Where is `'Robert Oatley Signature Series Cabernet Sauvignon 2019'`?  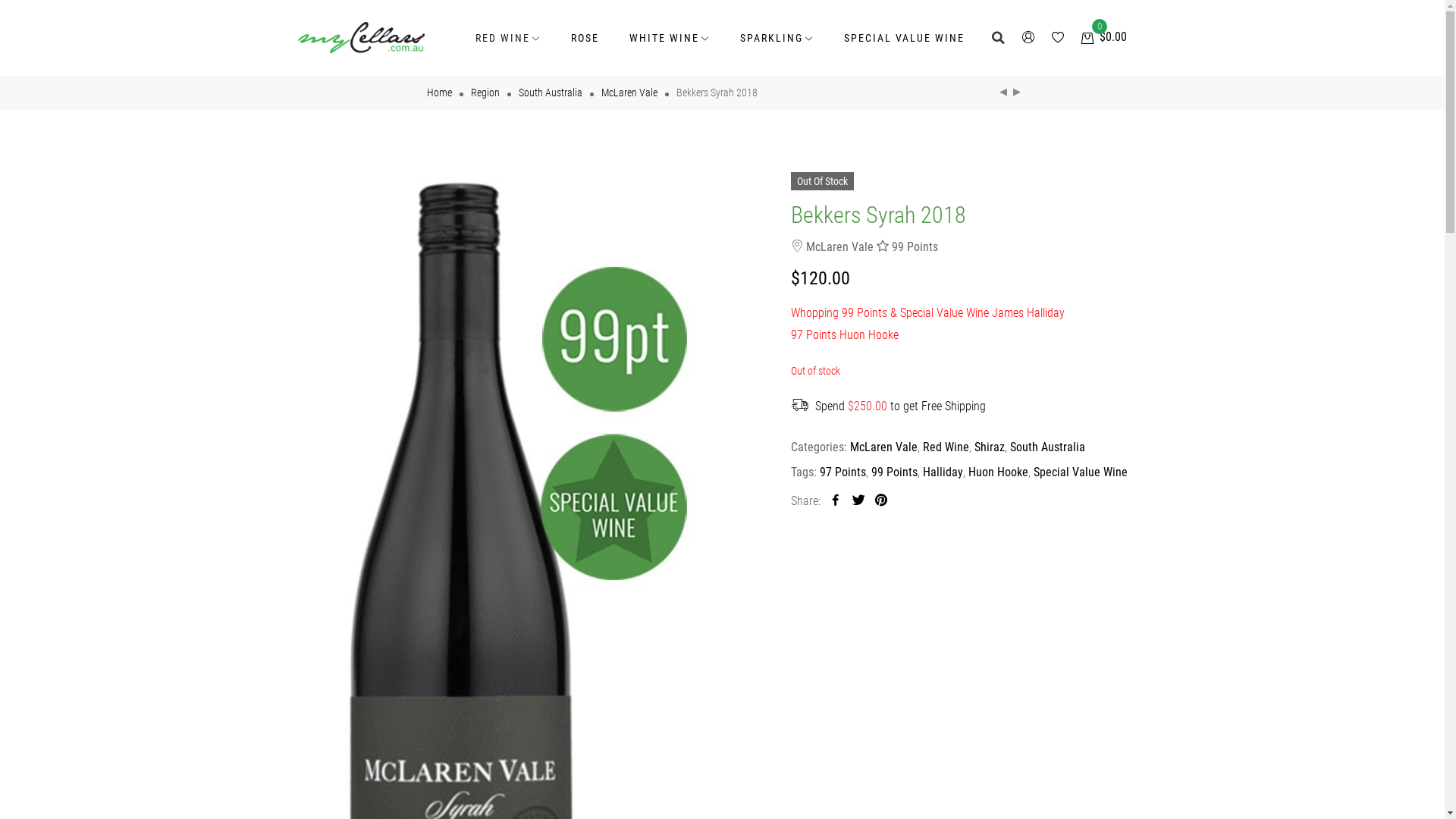 'Robert Oatley Signature Series Cabernet Sauvignon 2019' is located at coordinates (1009, 93).